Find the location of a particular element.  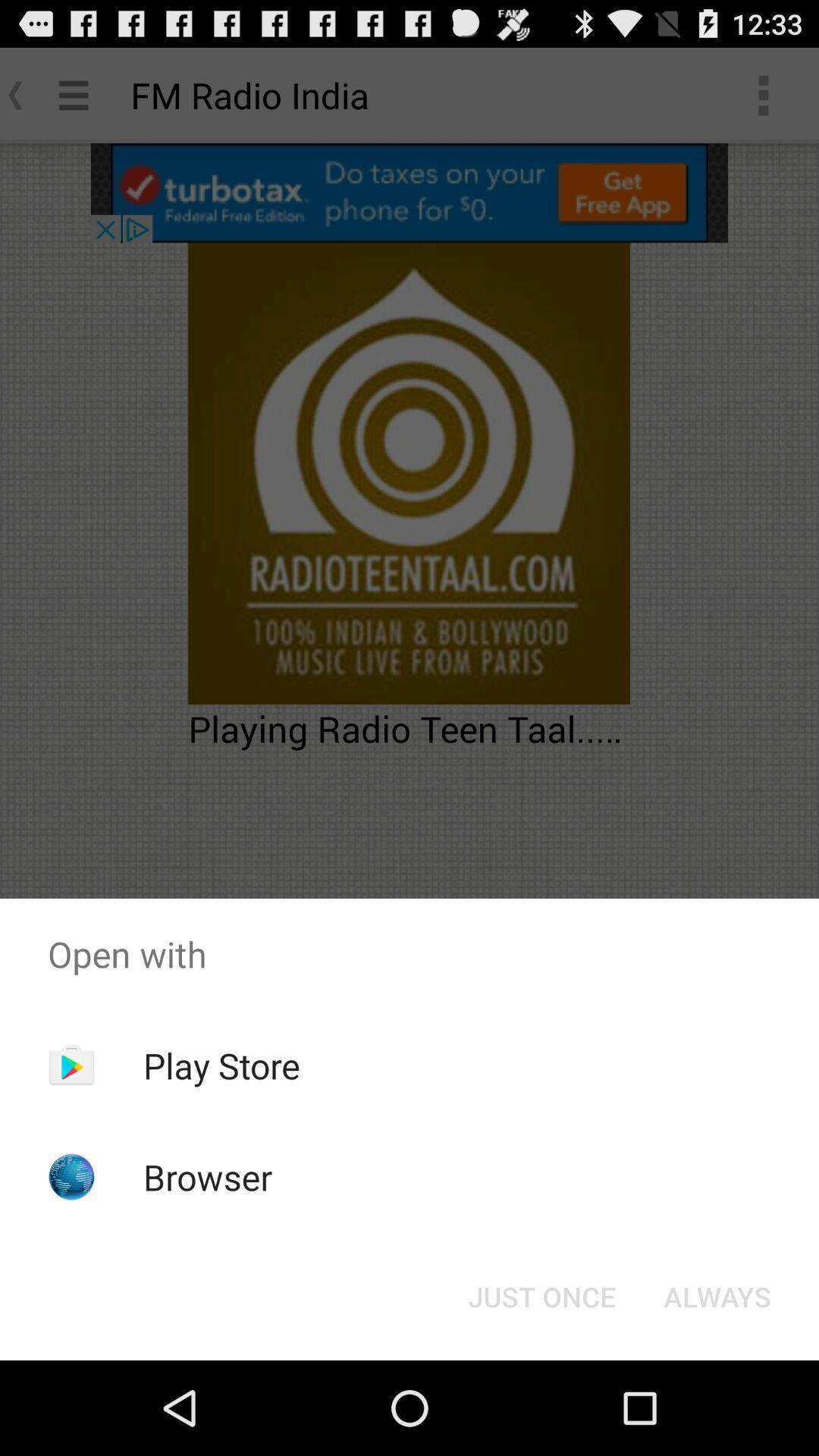

always item is located at coordinates (717, 1295).